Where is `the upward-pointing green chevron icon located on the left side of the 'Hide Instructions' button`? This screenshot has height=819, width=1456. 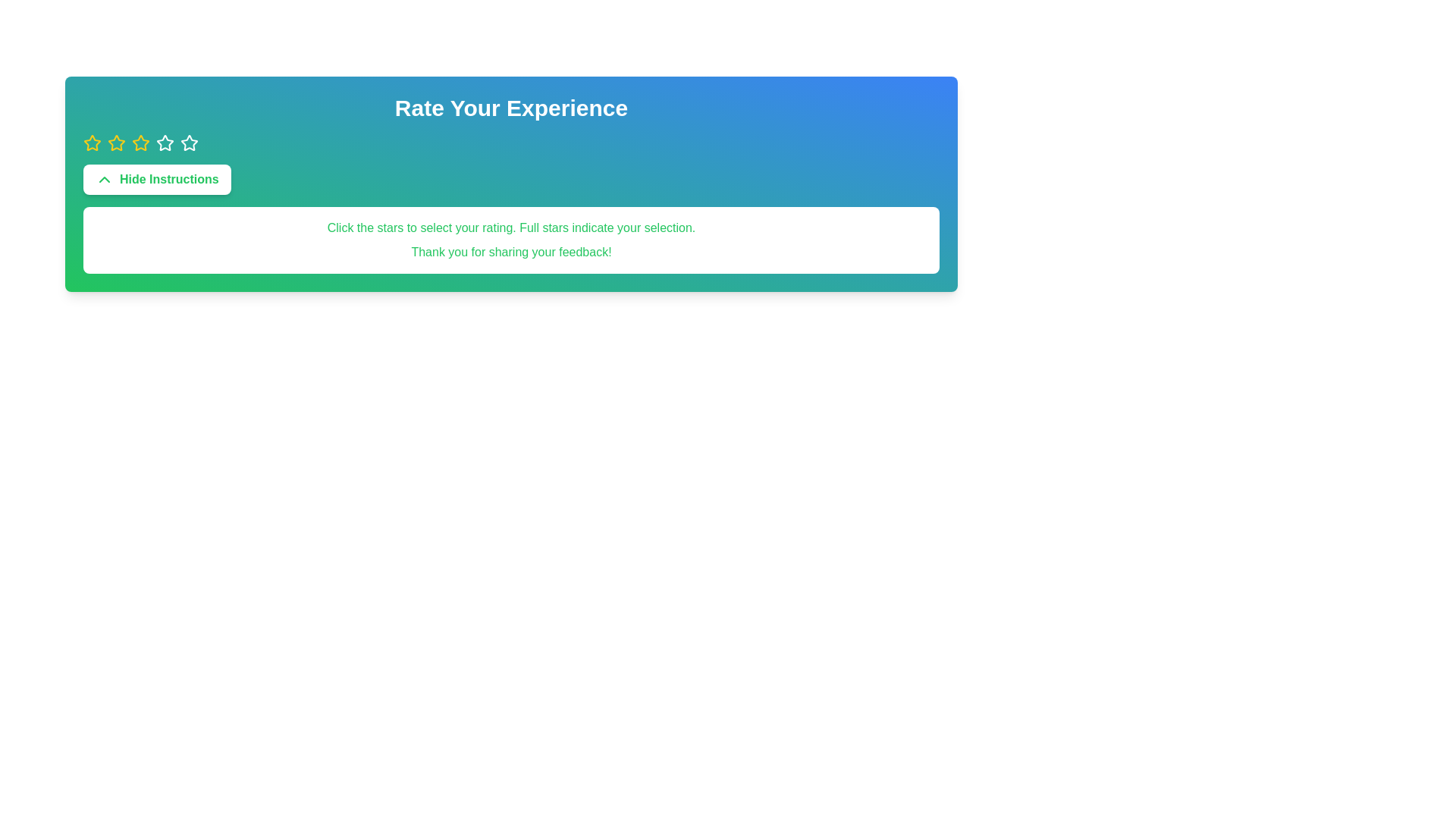 the upward-pointing green chevron icon located on the left side of the 'Hide Instructions' button is located at coordinates (104, 178).